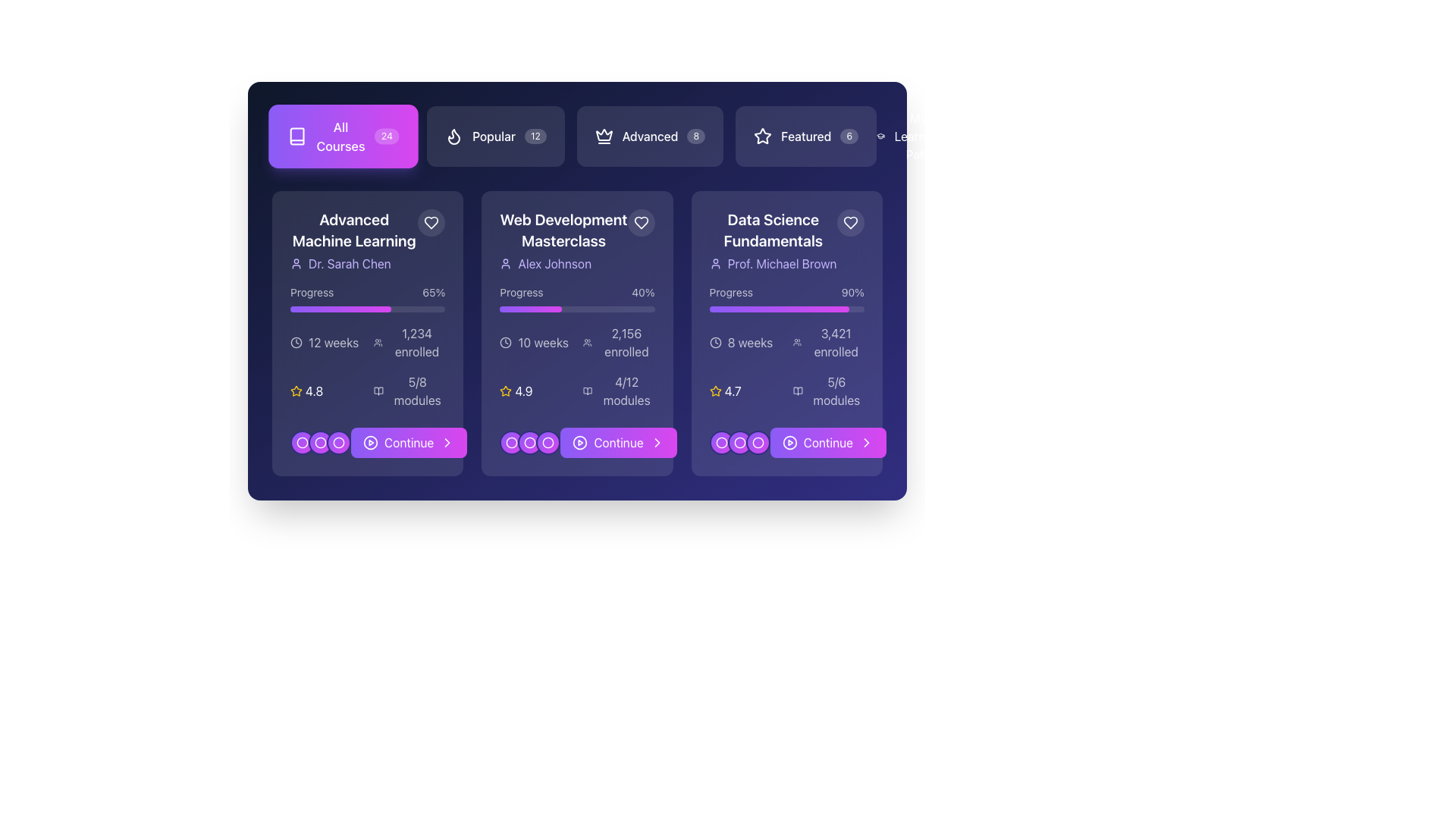 This screenshot has width=1456, height=819. Describe the element at coordinates (506, 342) in the screenshot. I see `the clock icon located in the second card from the left in the main content area, adjacent to the text '10 weeks'` at that location.